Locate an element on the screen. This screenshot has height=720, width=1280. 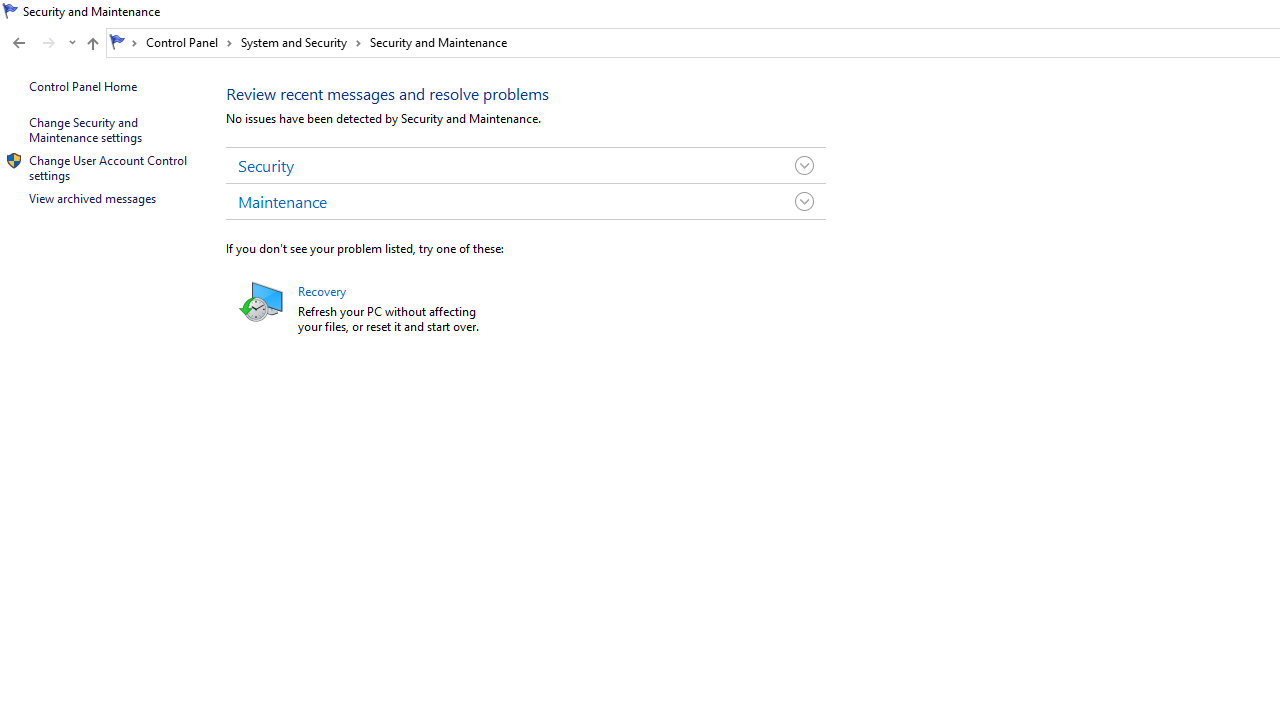
'Change User Account Control settings' is located at coordinates (108, 166).